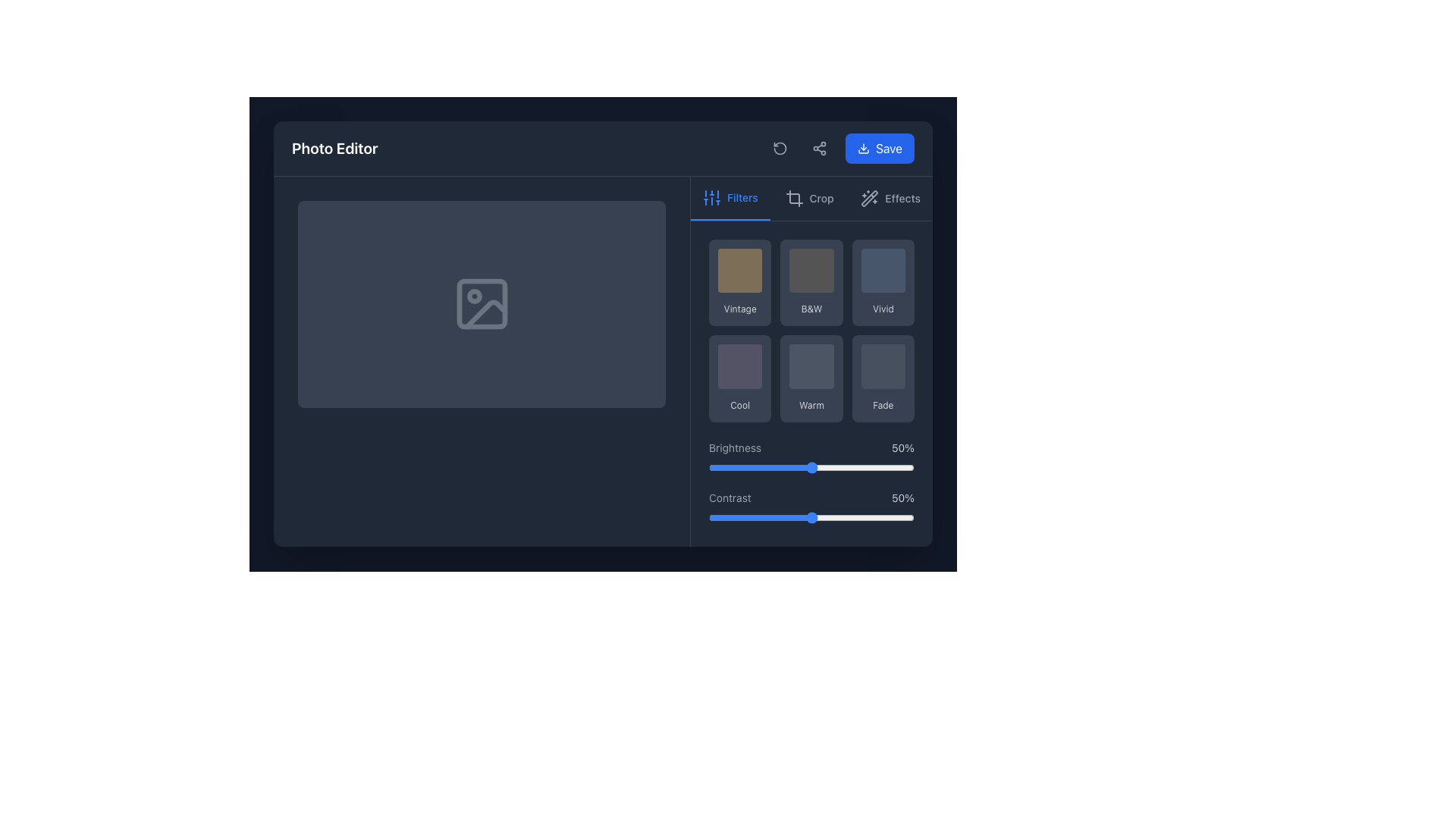 The width and height of the screenshot is (1456, 819). Describe the element at coordinates (863, 149) in the screenshot. I see `the 'Save' button that includes the download icon on its left side, located at the top-right corner of the interface` at that location.